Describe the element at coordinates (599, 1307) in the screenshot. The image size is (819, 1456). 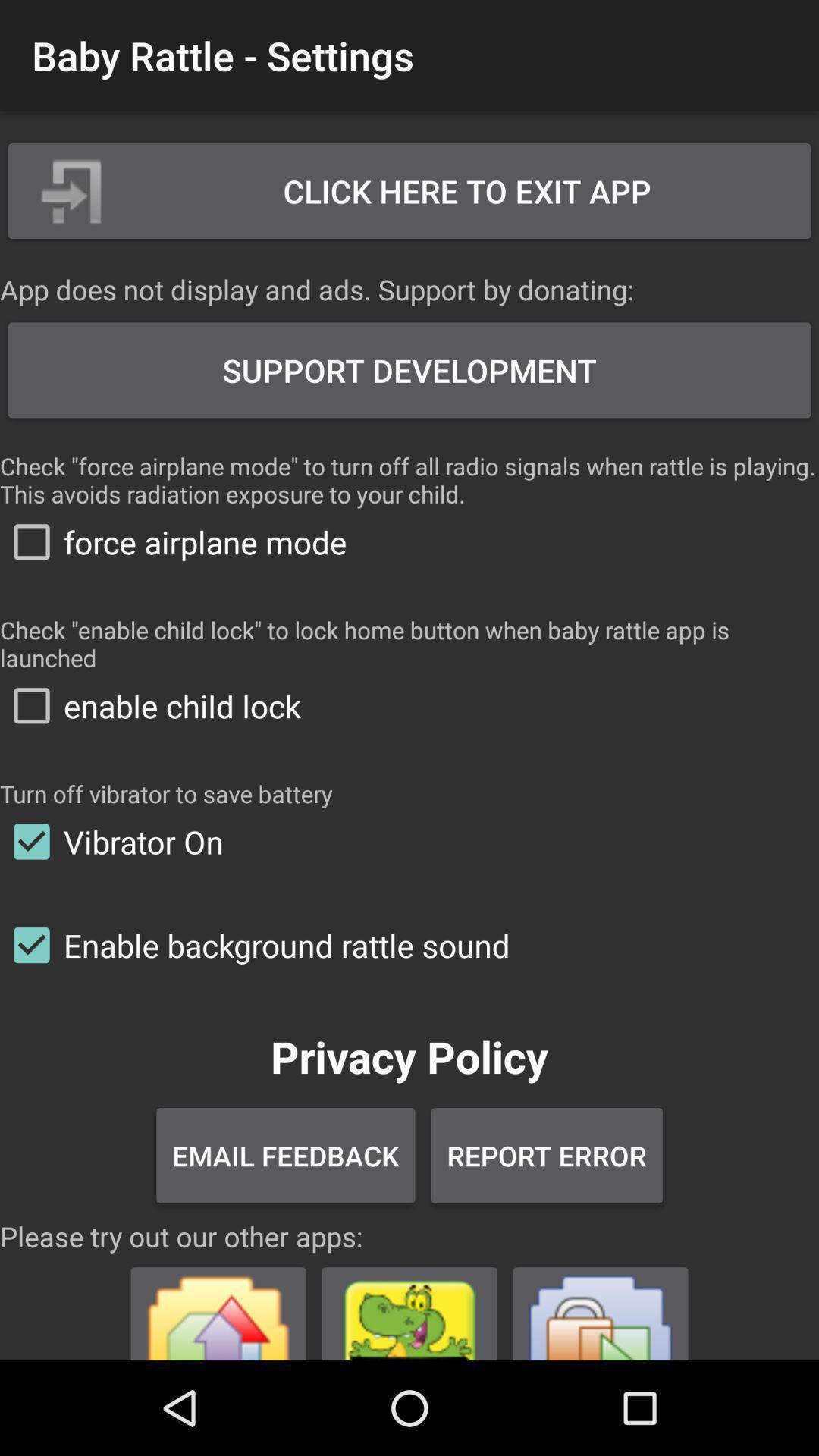
I see `visit a sponsored app` at that location.